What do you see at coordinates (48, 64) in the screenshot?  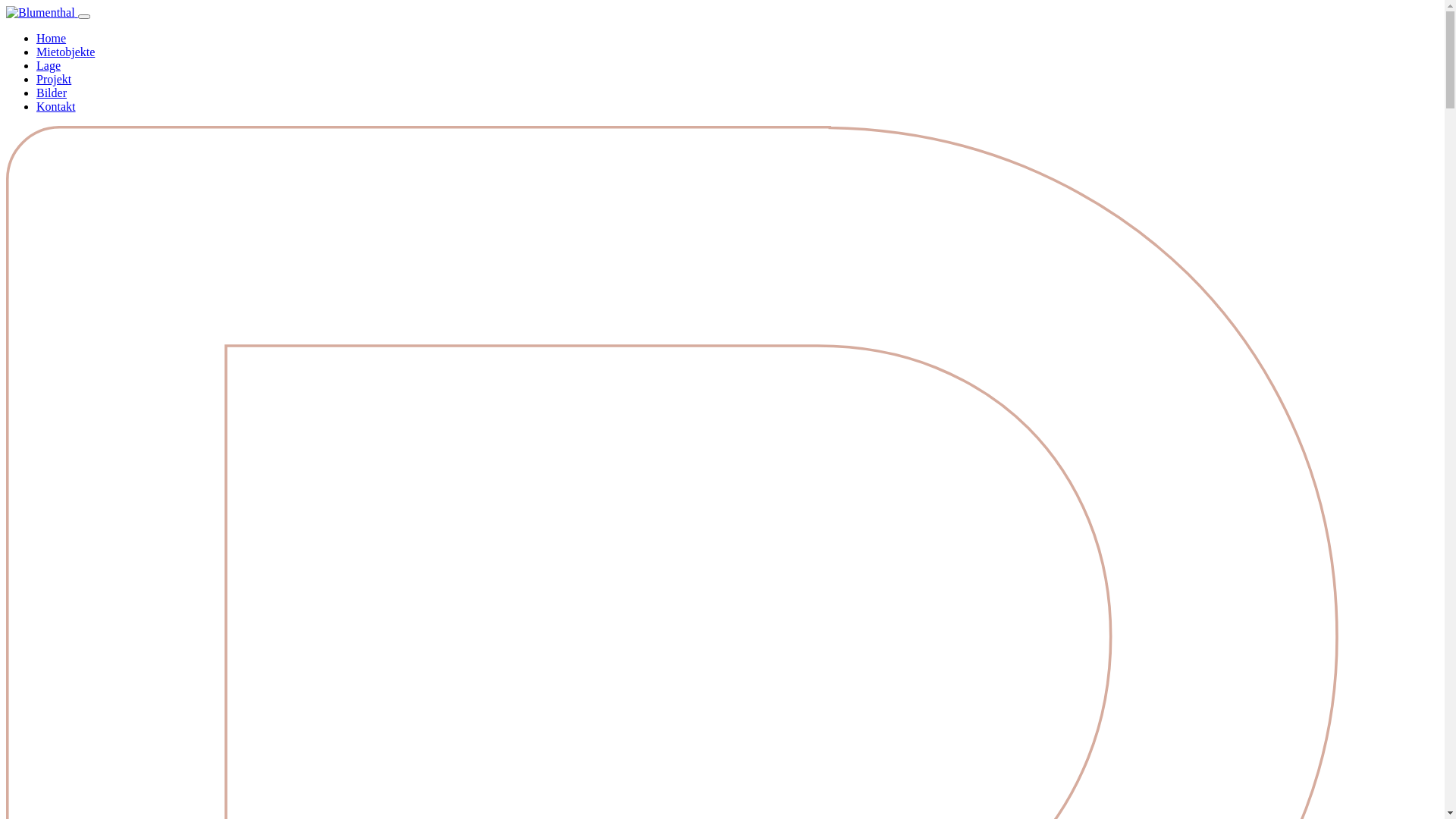 I see `'Lage'` at bounding box center [48, 64].